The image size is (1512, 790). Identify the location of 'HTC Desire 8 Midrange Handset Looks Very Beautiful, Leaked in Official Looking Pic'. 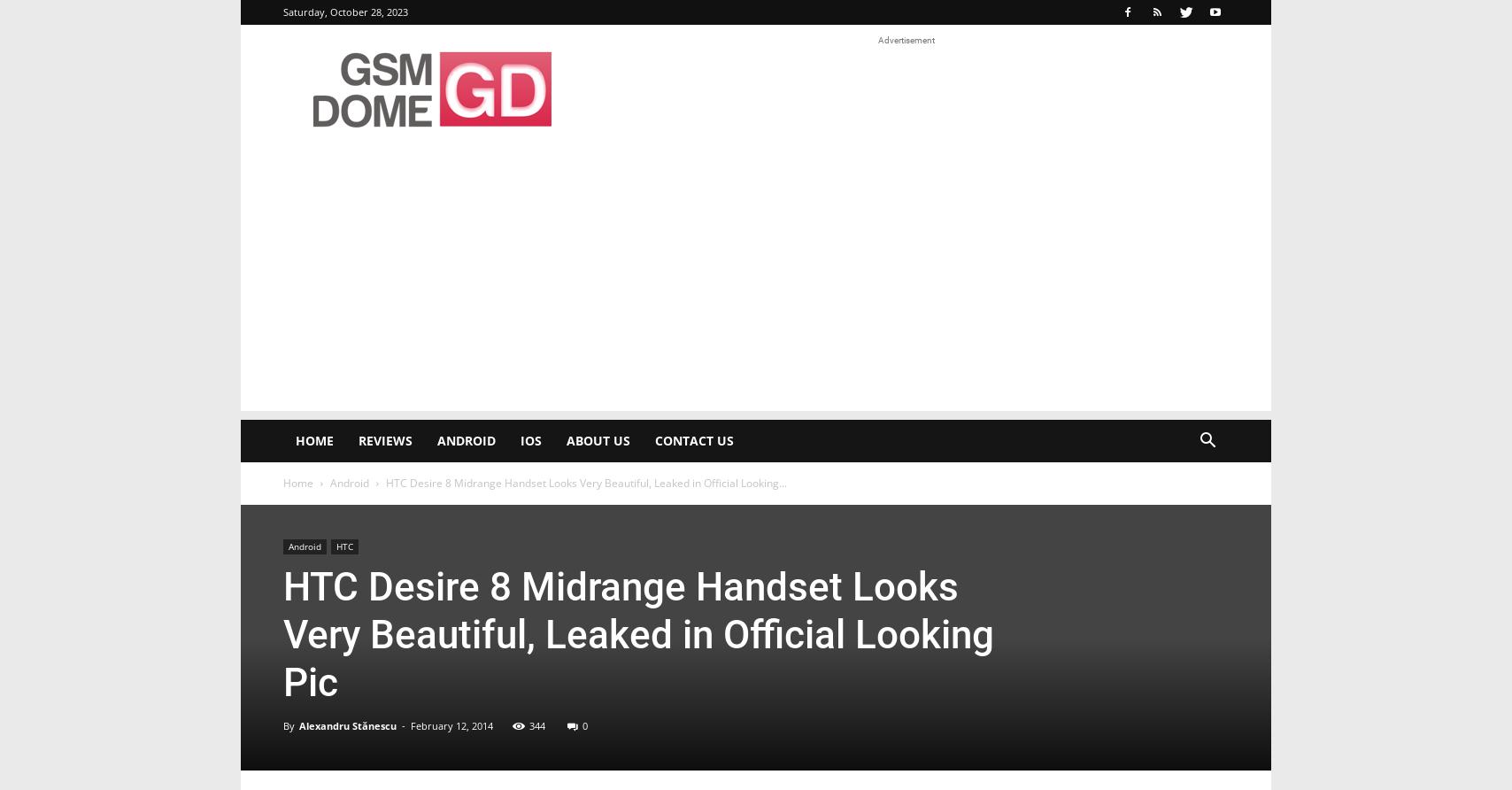
(638, 634).